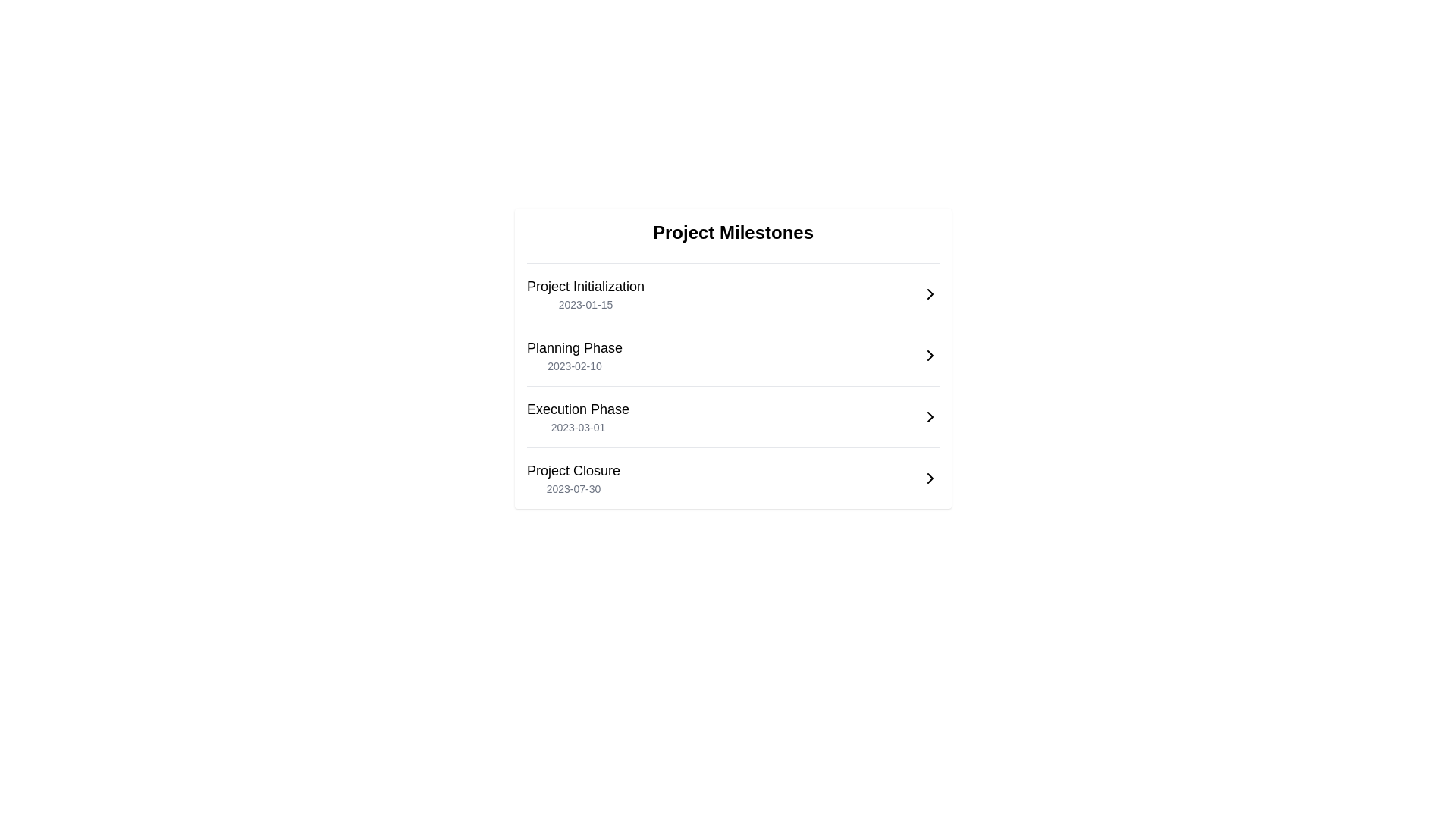 This screenshot has width=1456, height=819. Describe the element at coordinates (573, 470) in the screenshot. I see `text label displaying 'Project Closure' located in the fourth row of the 'Project Milestones' list` at that location.